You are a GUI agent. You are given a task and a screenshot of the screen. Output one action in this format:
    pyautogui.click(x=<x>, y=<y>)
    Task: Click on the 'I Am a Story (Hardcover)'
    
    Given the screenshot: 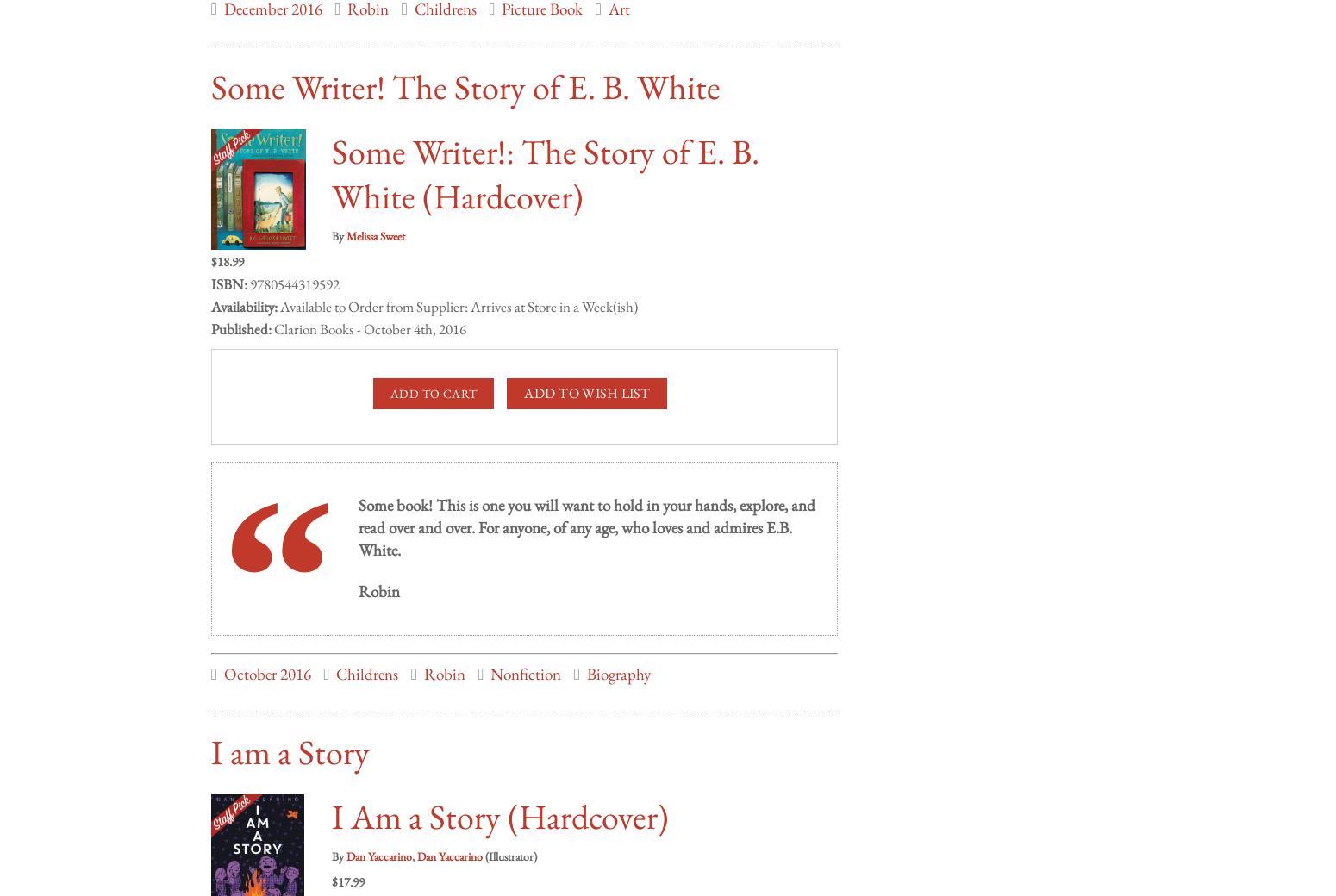 What is the action you would take?
    pyautogui.click(x=500, y=798)
    